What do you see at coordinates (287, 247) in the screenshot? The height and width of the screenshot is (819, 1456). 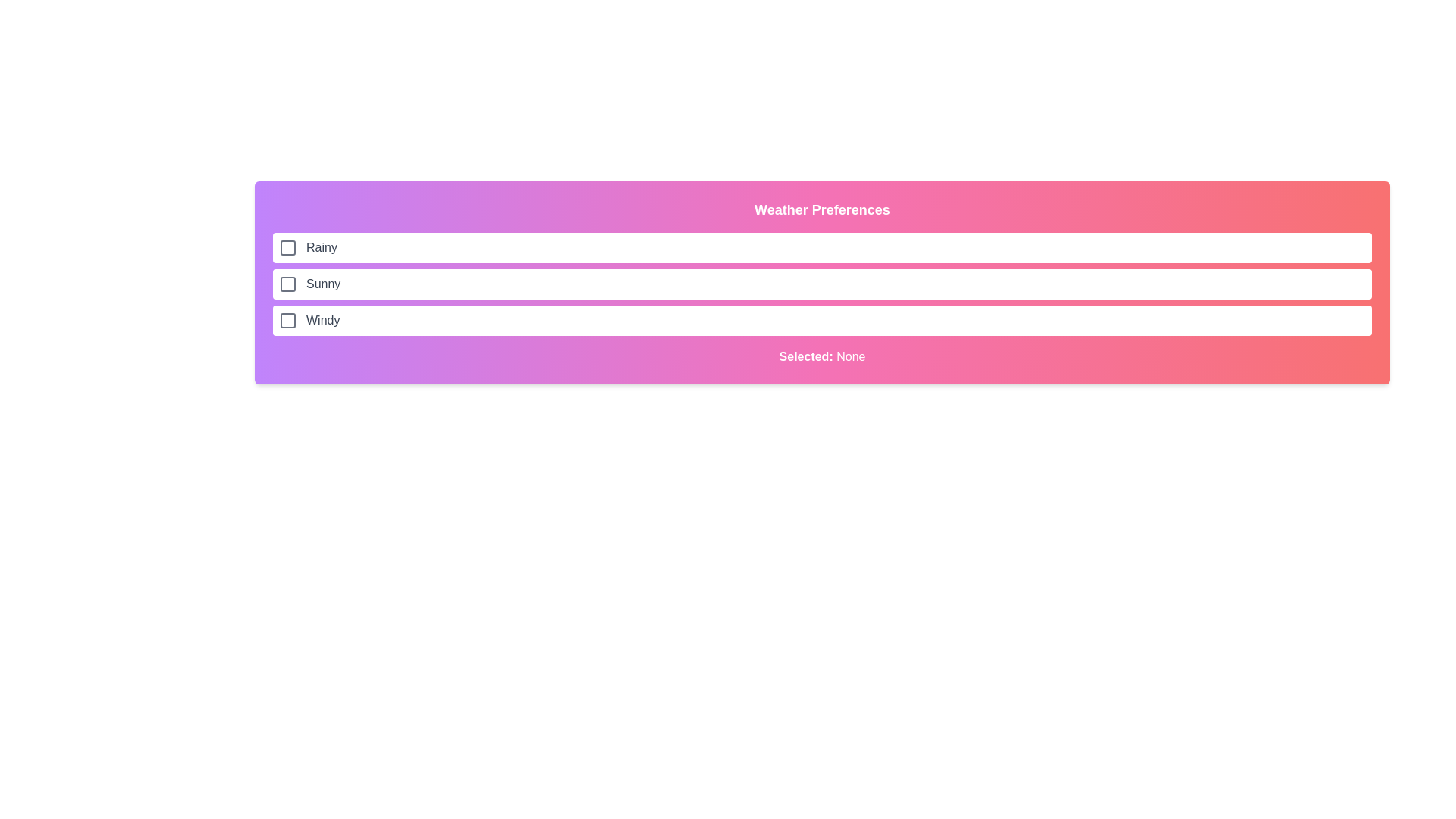 I see `the 'Rainy' checkbox, which is a square shape with rounded corners` at bounding box center [287, 247].